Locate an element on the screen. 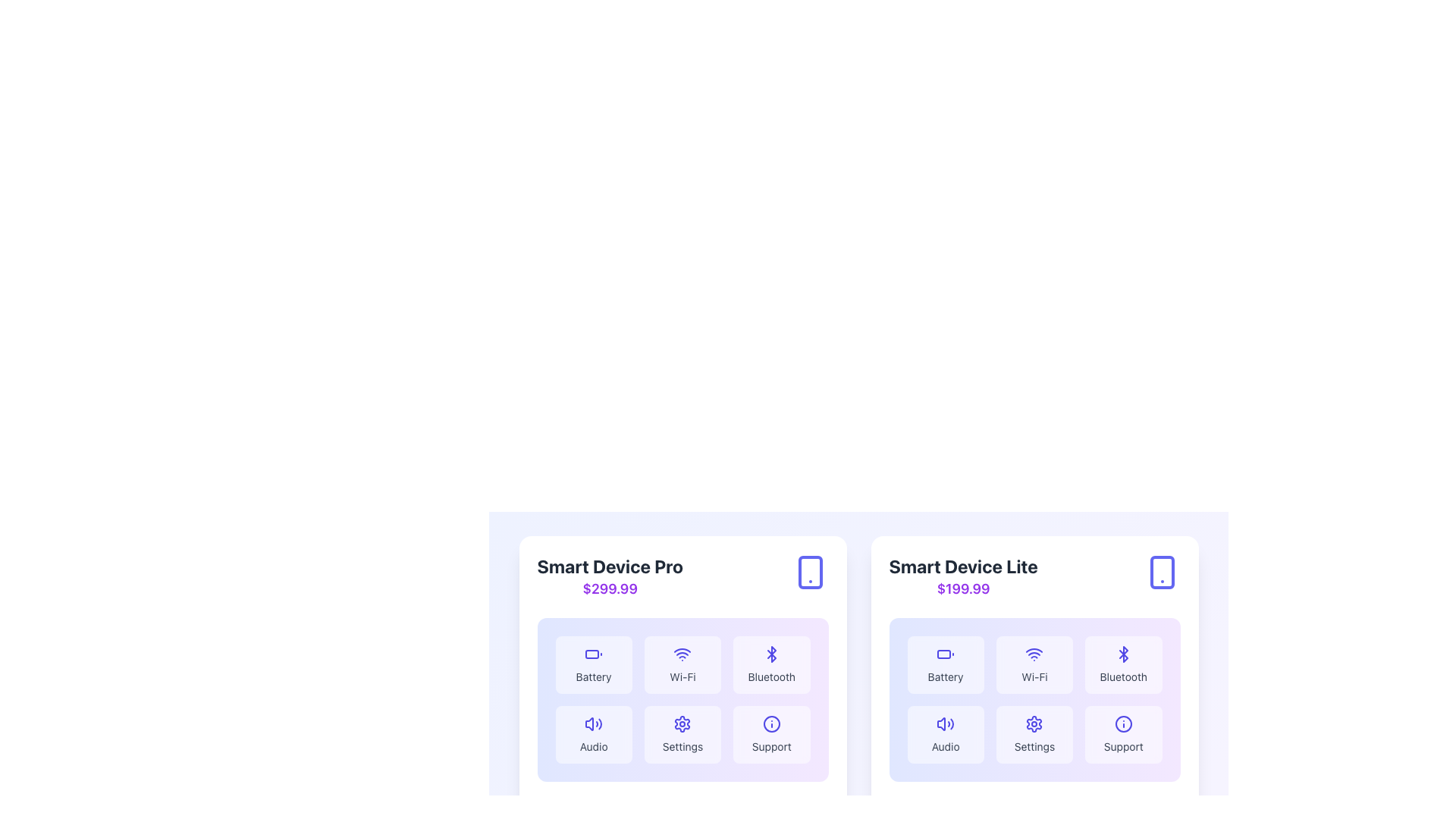  the leftmost audio control icon depicting volume adjustment, which is part of a graphical speaker representation in the audio interface is located at coordinates (940, 723).